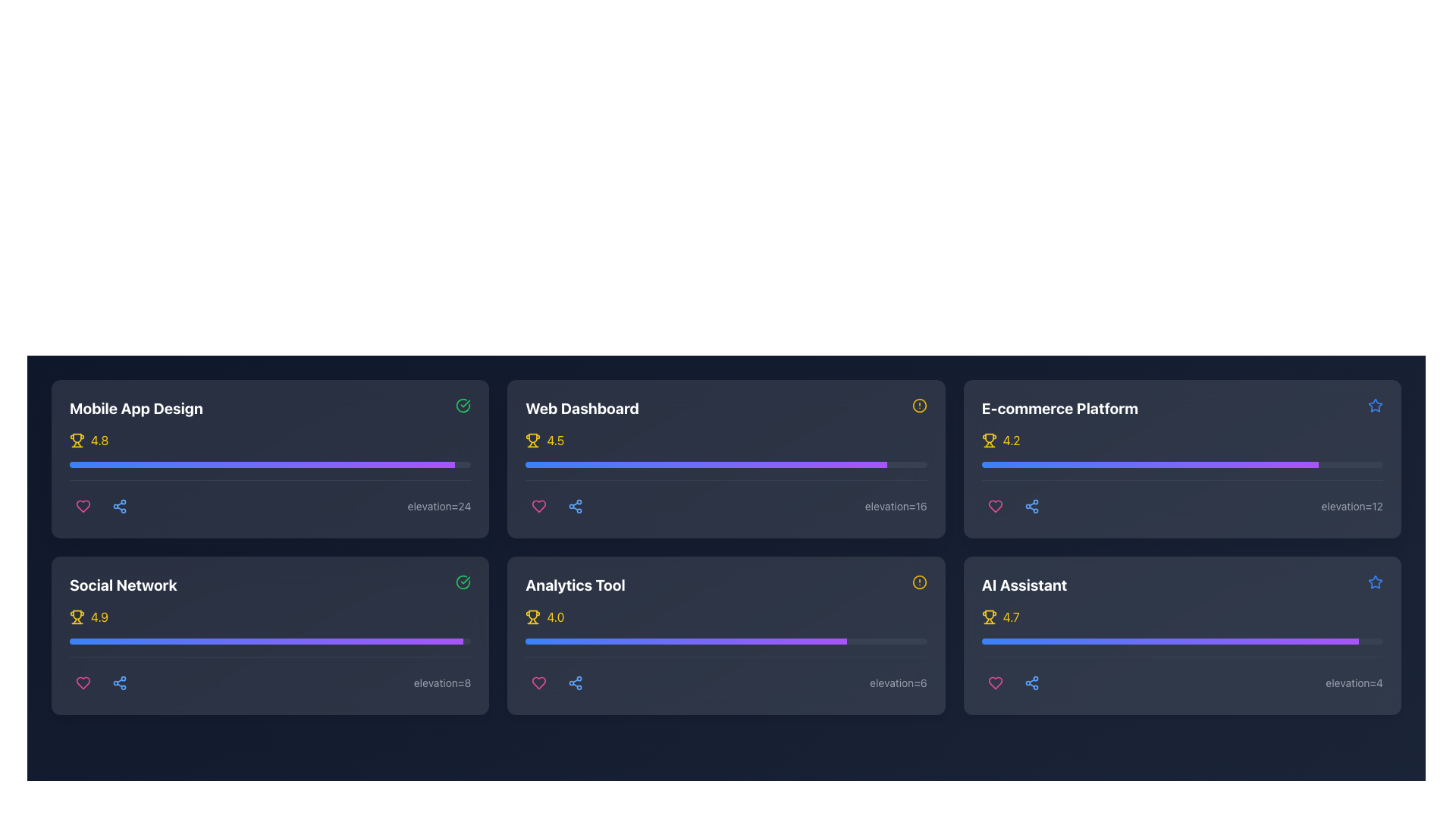  What do you see at coordinates (83, 683) in the screenshot?
I see `the pink heart icon located in the bottom-left corner of the 'Social Network' card to like the item` at bounding box center [83, 683].